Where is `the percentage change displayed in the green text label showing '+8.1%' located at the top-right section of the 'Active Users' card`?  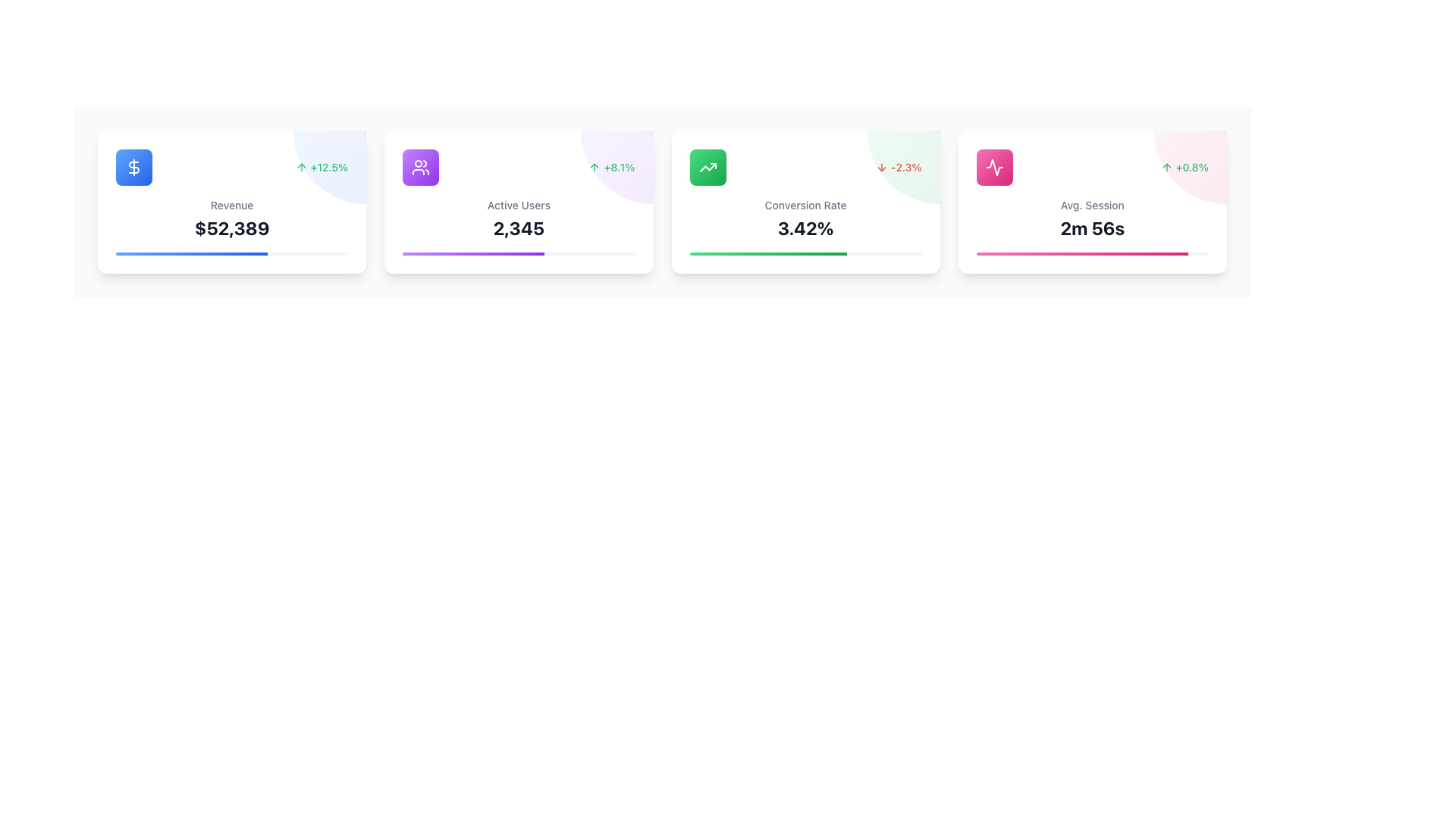 the percentage change displayed in the green text label showing '+8.1%' located at the top-right section of the 'Active Users' card is located at coordinates (519, 167).